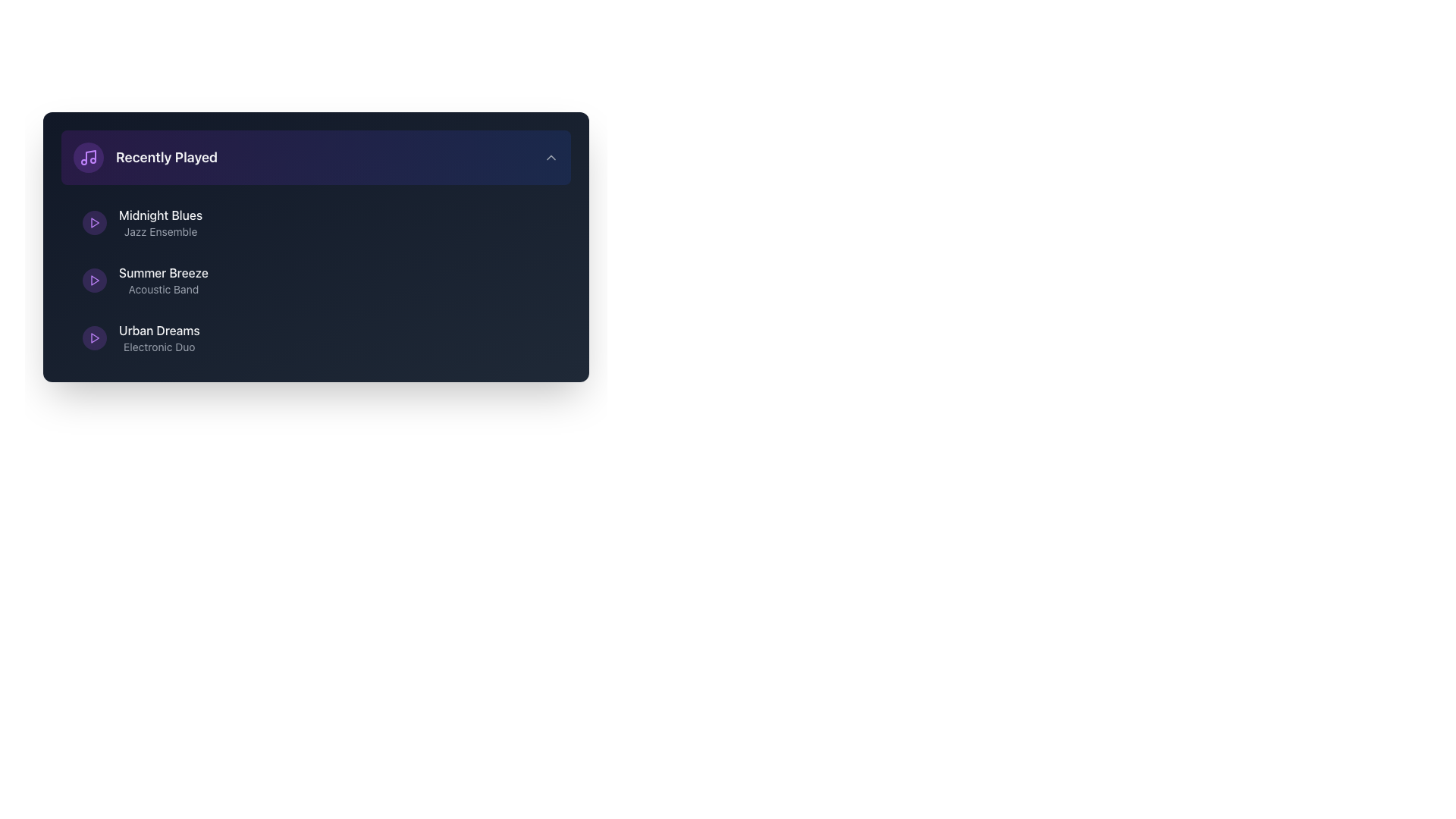 The image size is (1456, 819). I want to click on text content of the 'Summer Breeze' label, which is displayed in bold light gray font on a dark background, located in the 'Recently Played' section as the main title for the second list item, so click(163, 271).